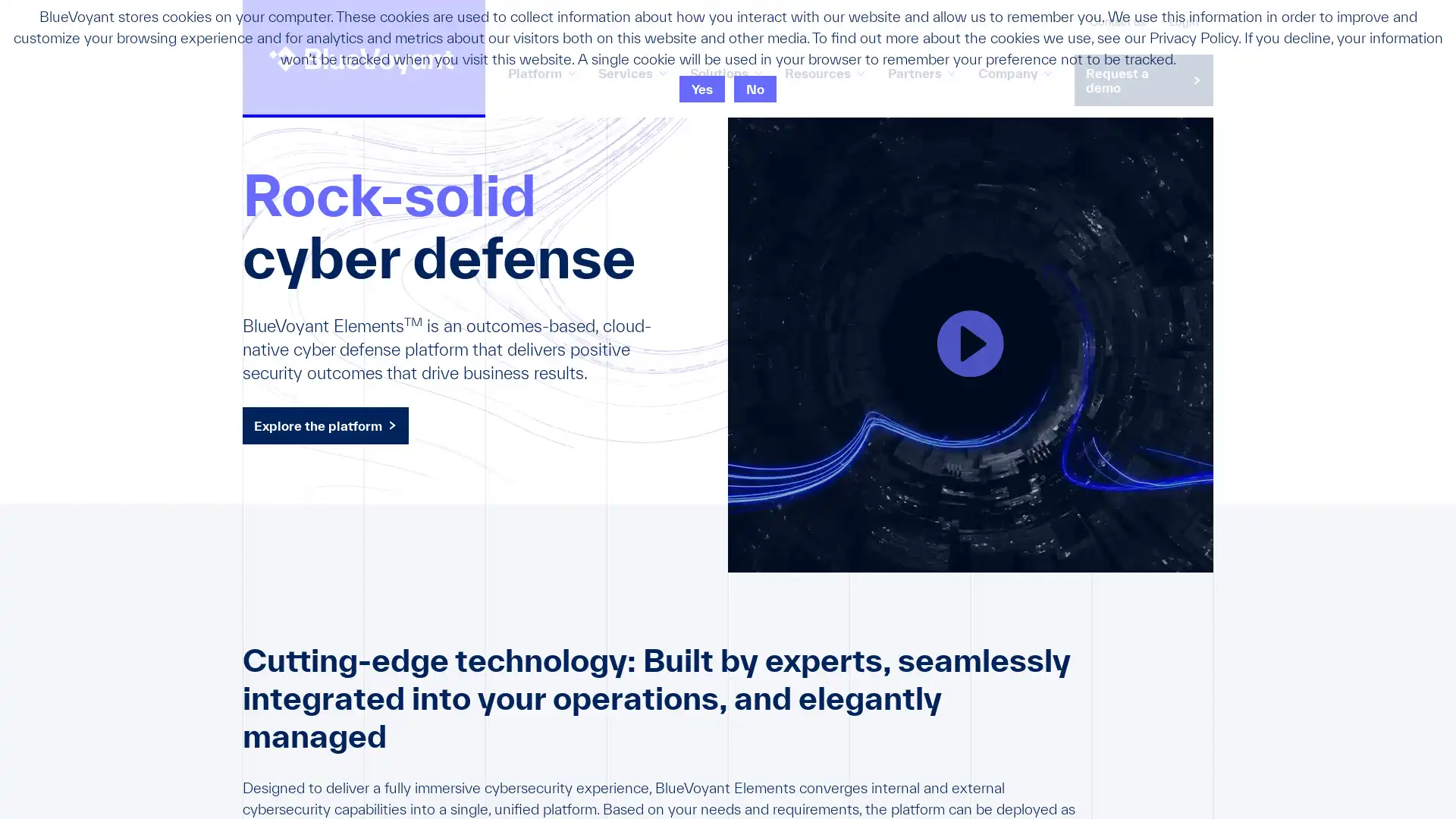 The width and height of the screenshot is (1456, 819). Describe the element at coordinates (824, 72) in the screenshot. I see `Resources Open Resources` at that location.